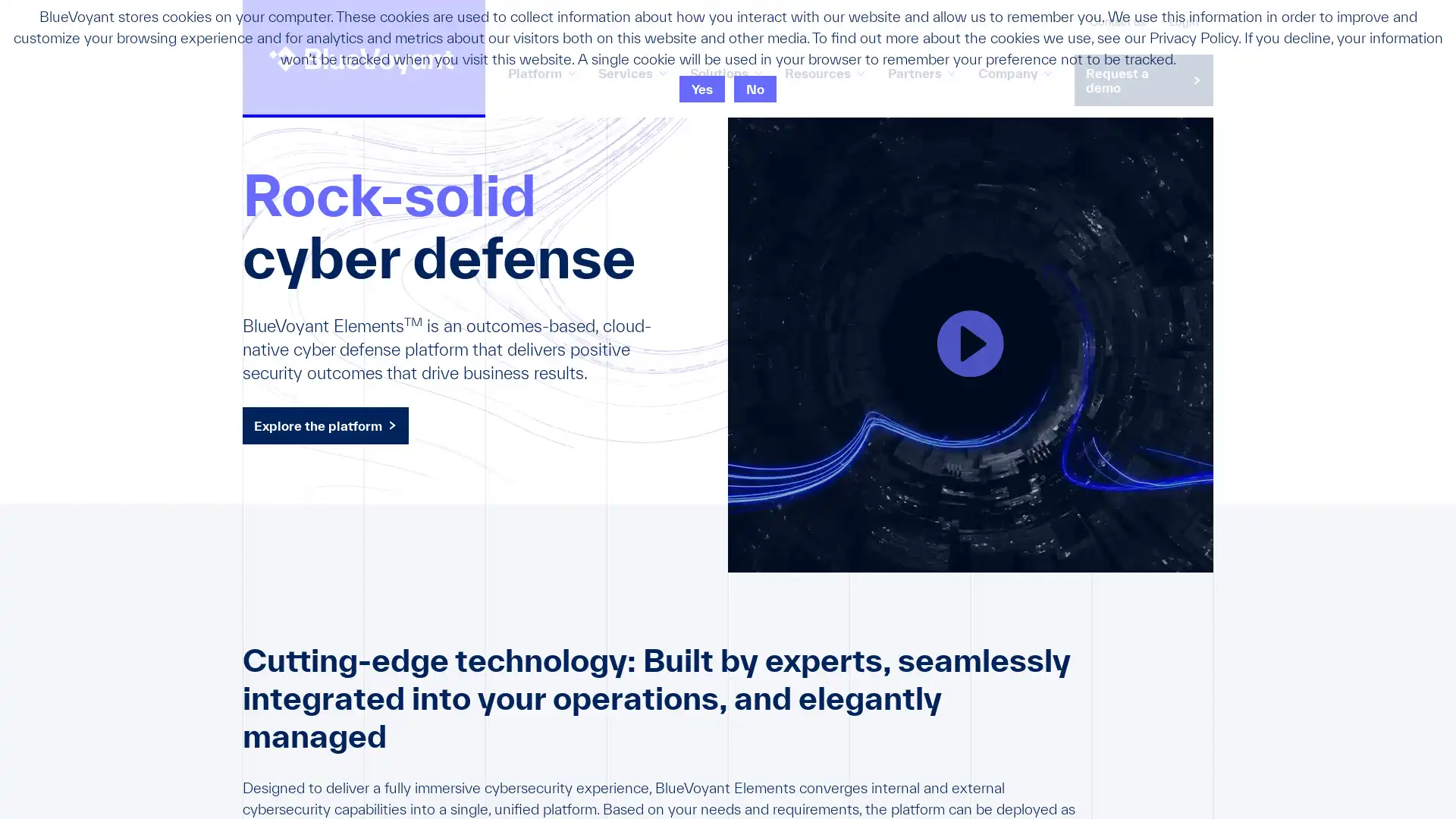 The width and height of the screenshot is (1456, 819). Describe the element at coordinates (824, 72) in the screenshot. I see `Resources Open Resources` at that location.